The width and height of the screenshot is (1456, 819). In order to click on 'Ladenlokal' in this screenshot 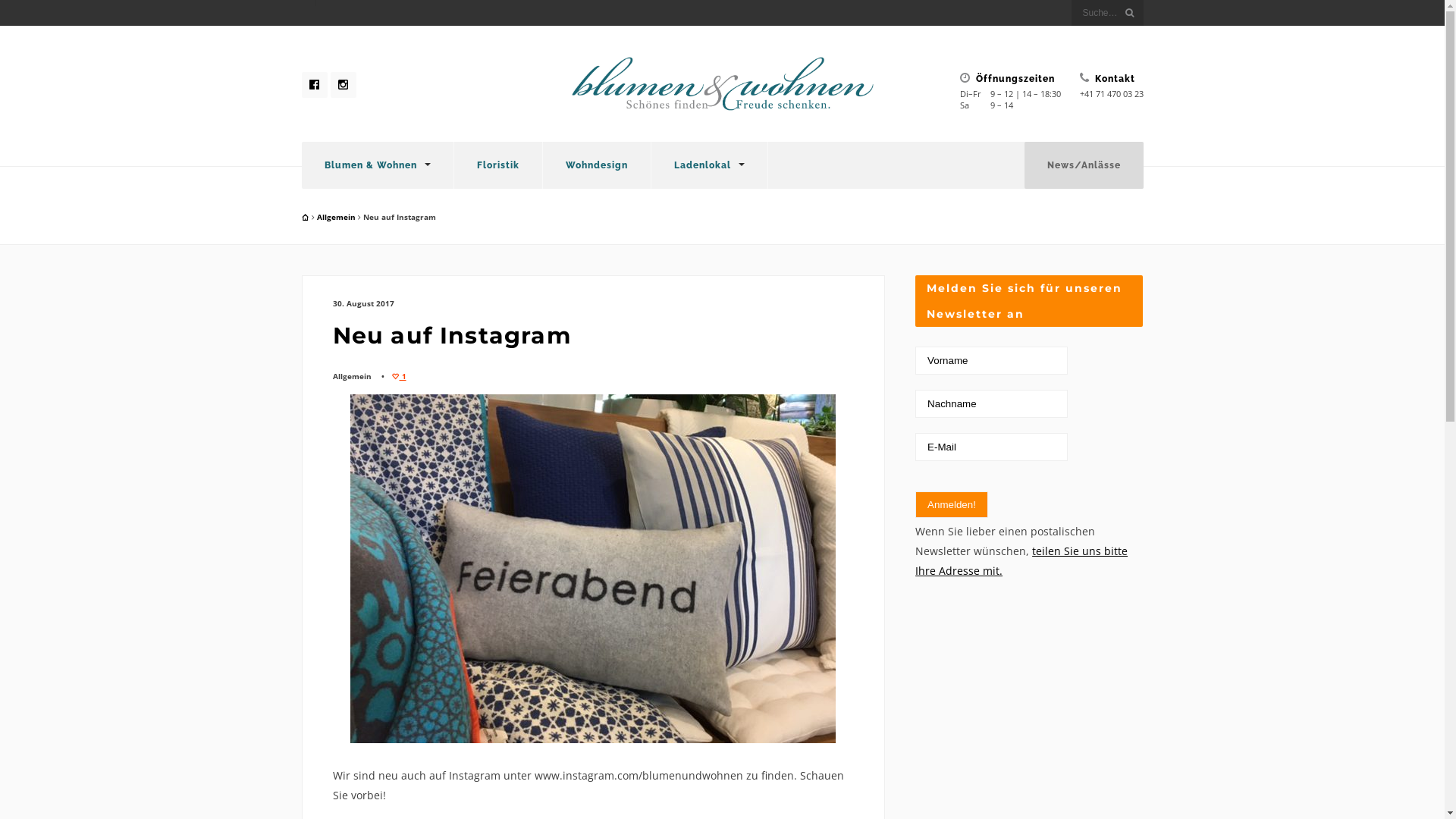, I will do `click(708, 165)`.